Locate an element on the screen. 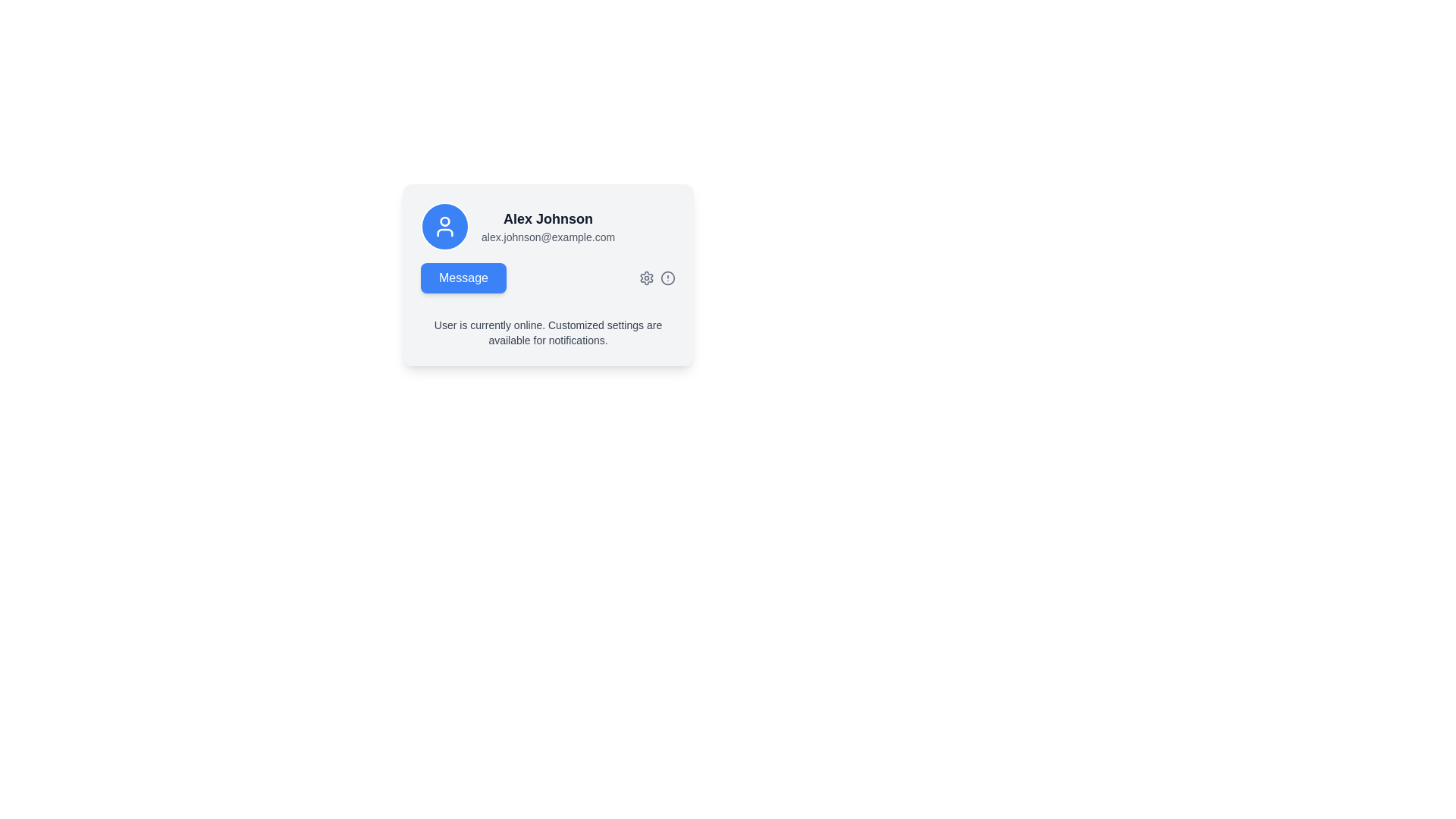 This screenshot has height=819, width=1456. the circular blue icon with a white outline and avatar in the upper-left region of the card containing 'Alex Johnson' and 'alex.johnson@example.com' is located at coordinates (444, 227).